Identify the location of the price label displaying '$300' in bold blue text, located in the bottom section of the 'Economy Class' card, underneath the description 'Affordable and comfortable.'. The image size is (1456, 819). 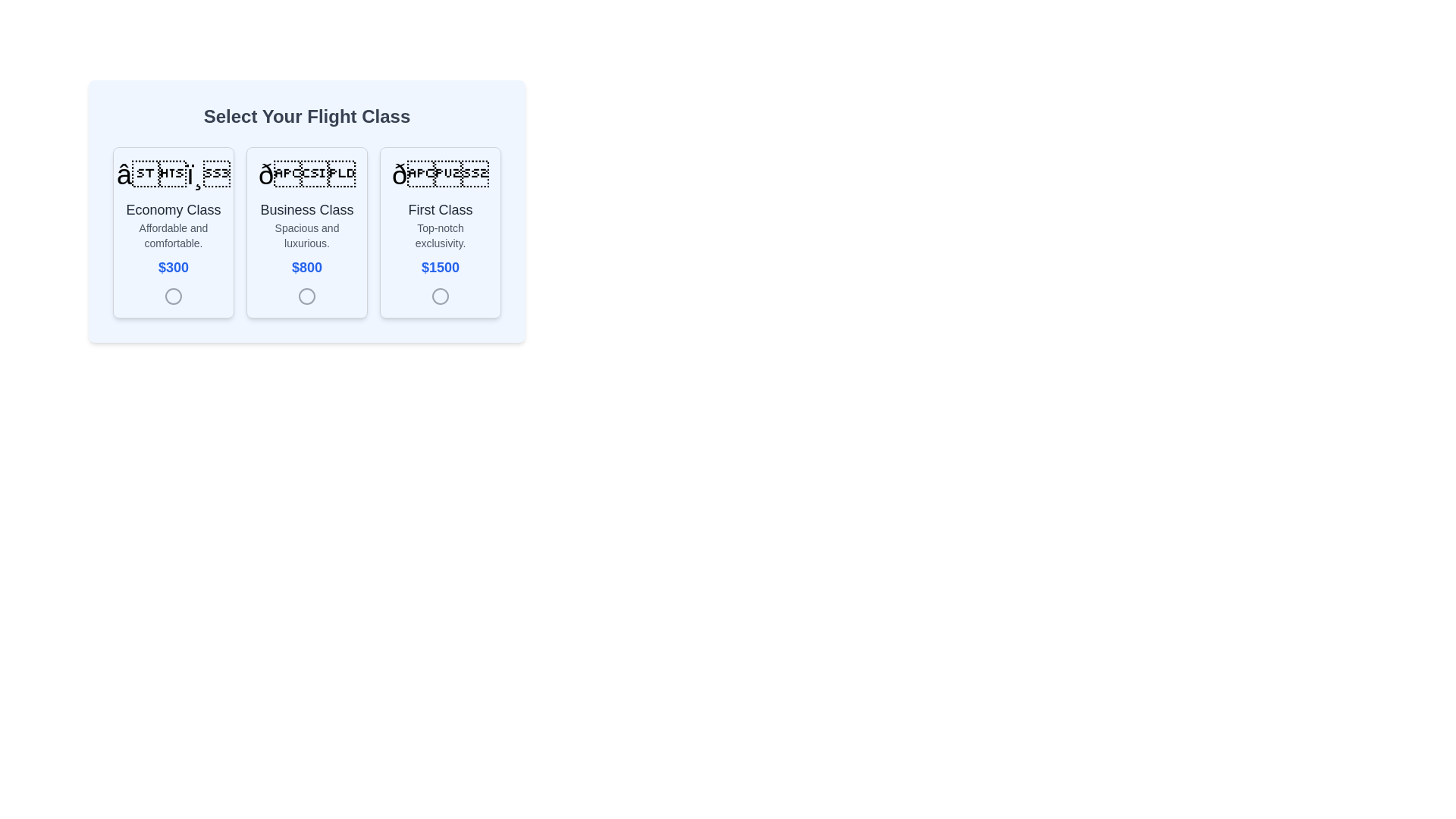
(174, 267).